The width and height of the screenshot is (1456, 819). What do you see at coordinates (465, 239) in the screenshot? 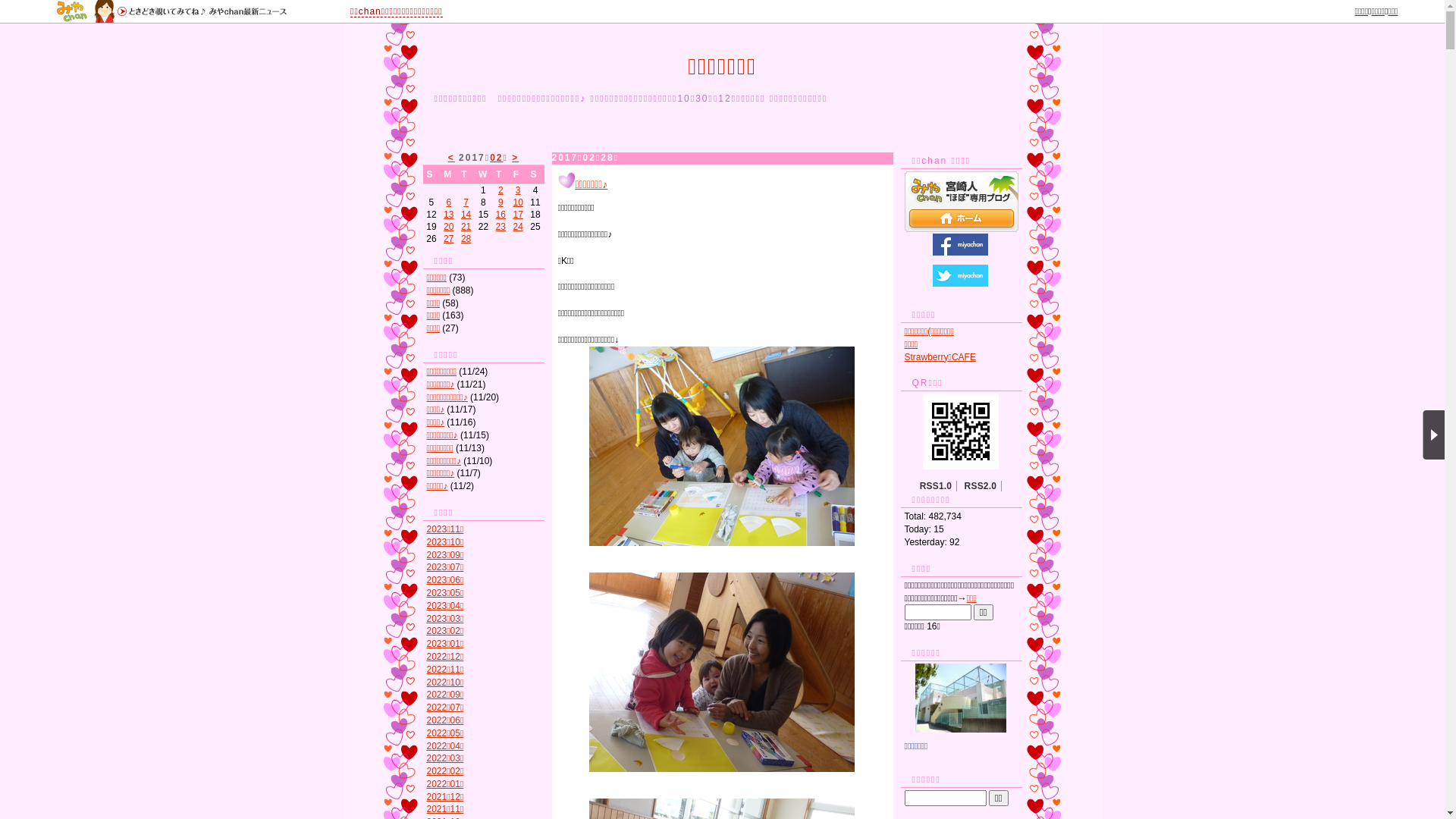
I see `'28'` at bounding box center [465, 239].